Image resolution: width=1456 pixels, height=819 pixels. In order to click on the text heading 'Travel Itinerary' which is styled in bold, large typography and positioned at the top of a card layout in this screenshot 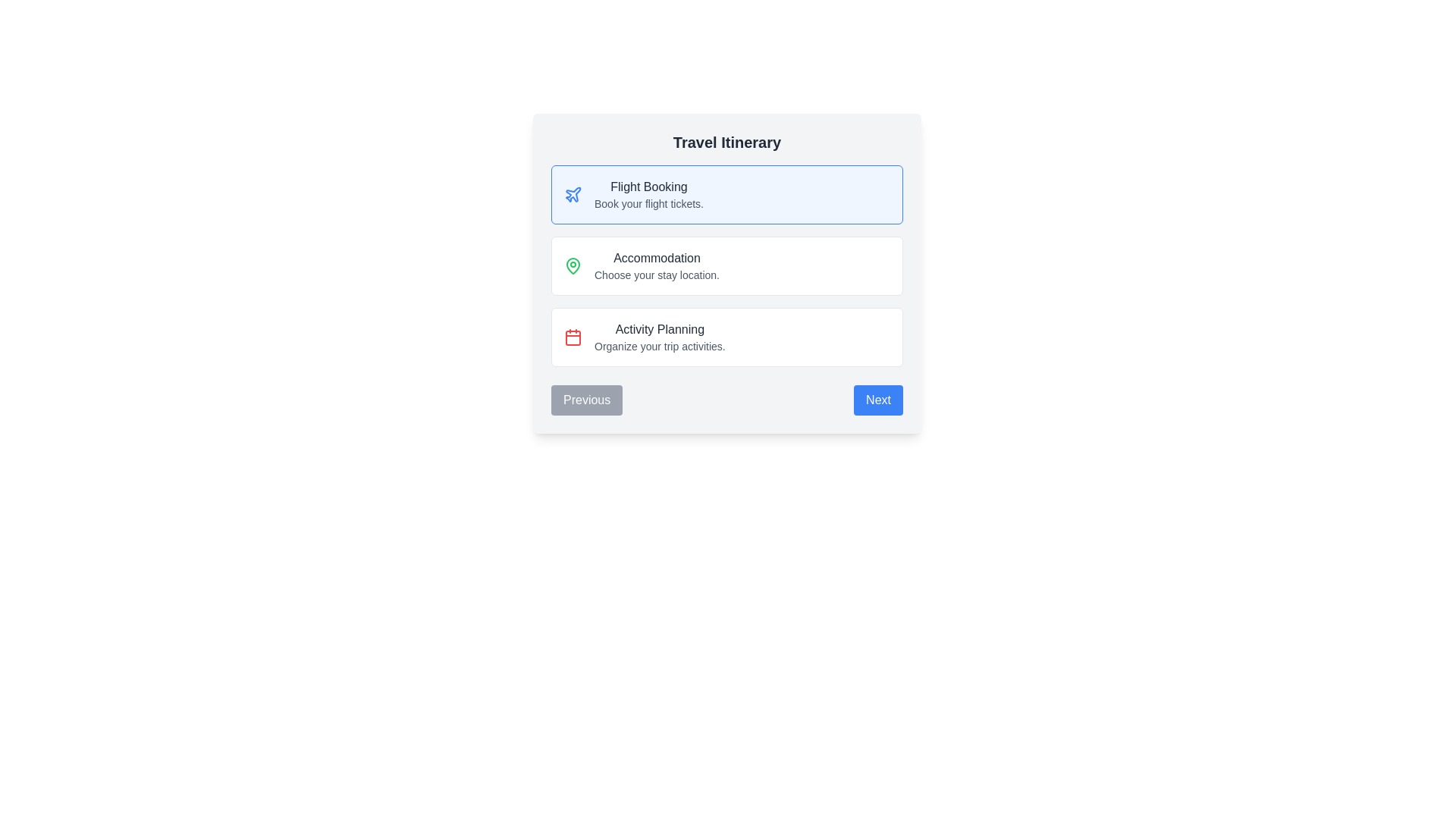, I will do `click(726, 143)`.